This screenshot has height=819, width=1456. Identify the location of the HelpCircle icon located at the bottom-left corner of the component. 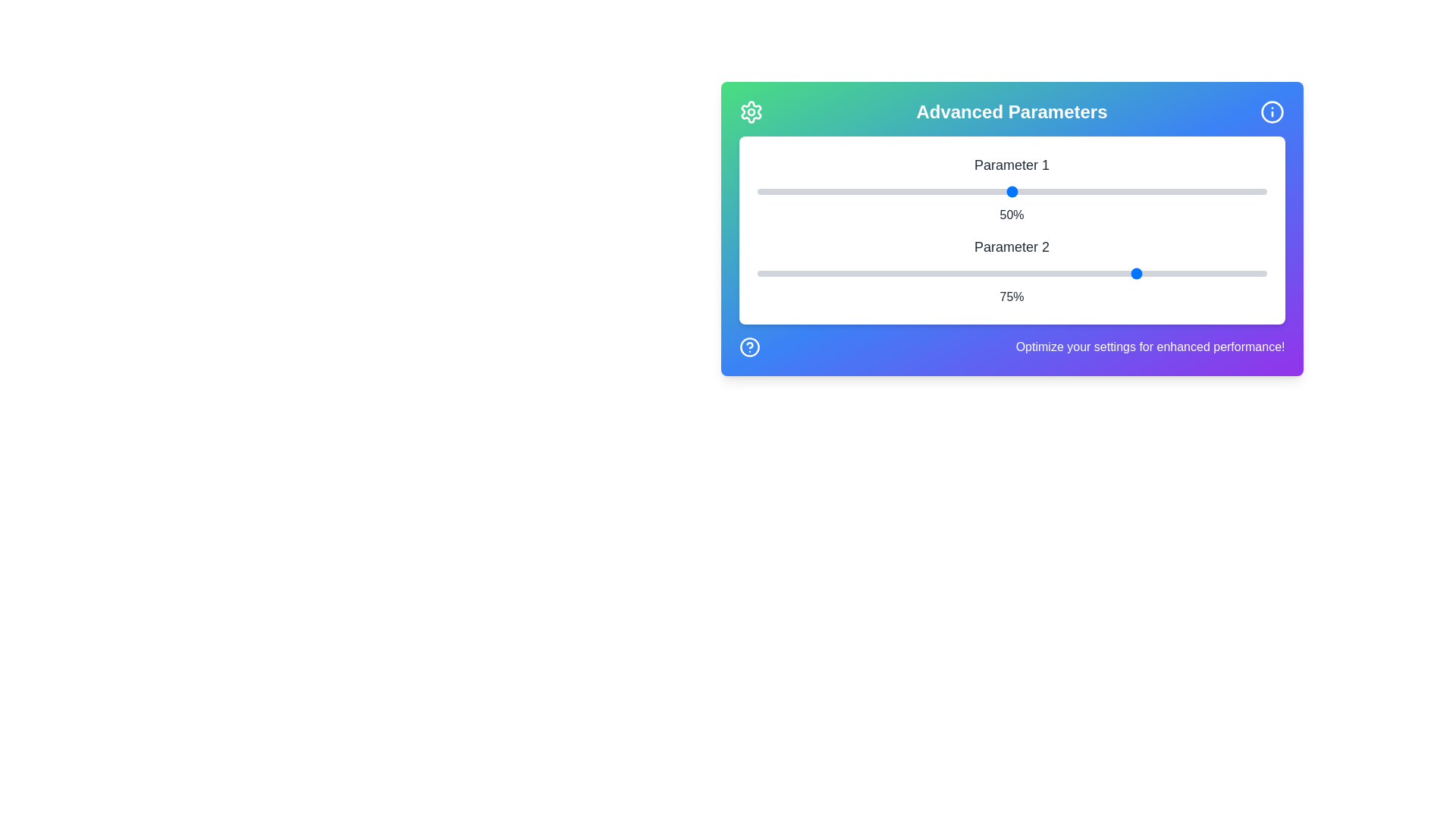
(749, 347).